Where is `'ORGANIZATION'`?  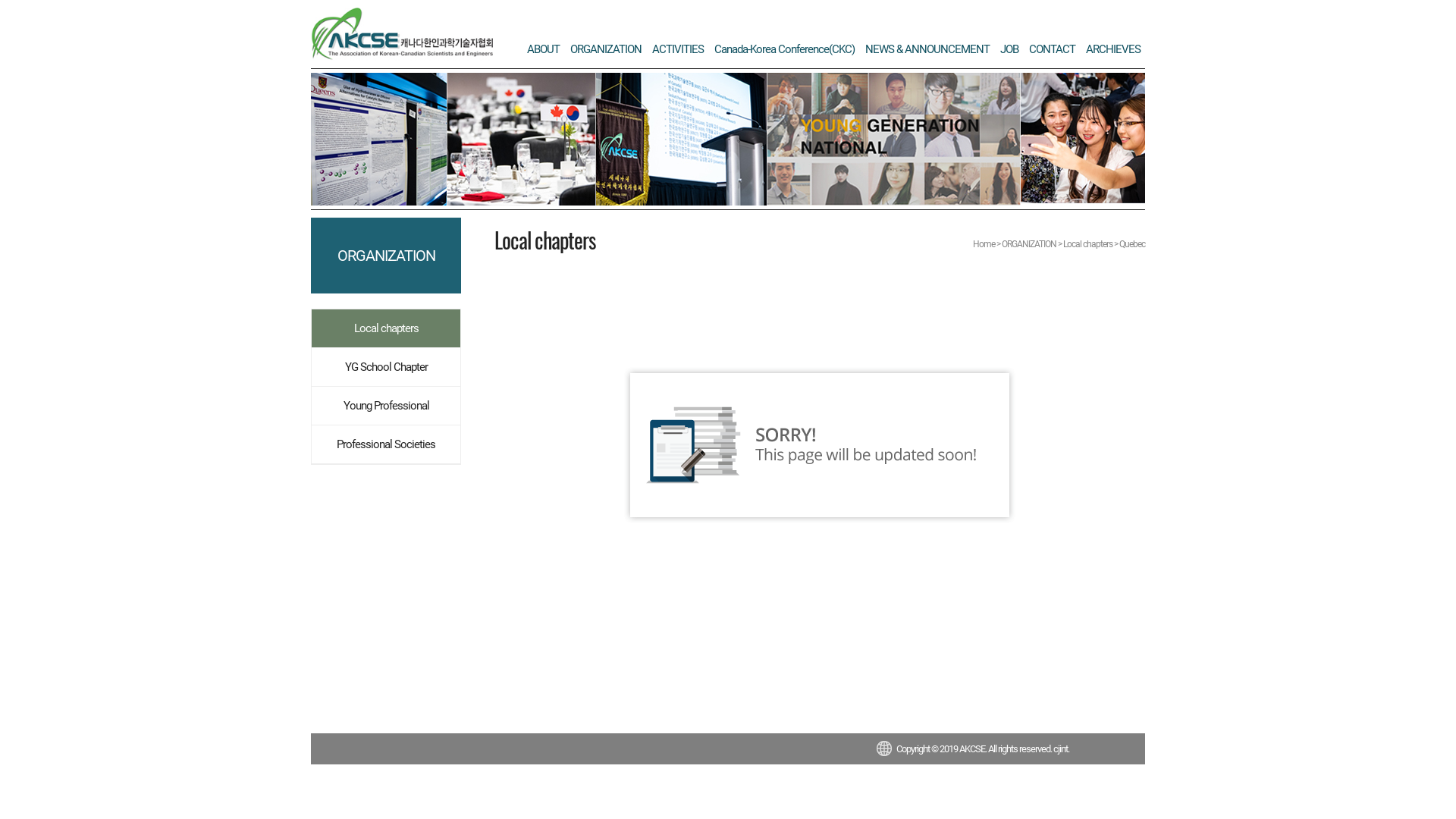 'ORGANIZATION' is located at coordinates (604, 49).